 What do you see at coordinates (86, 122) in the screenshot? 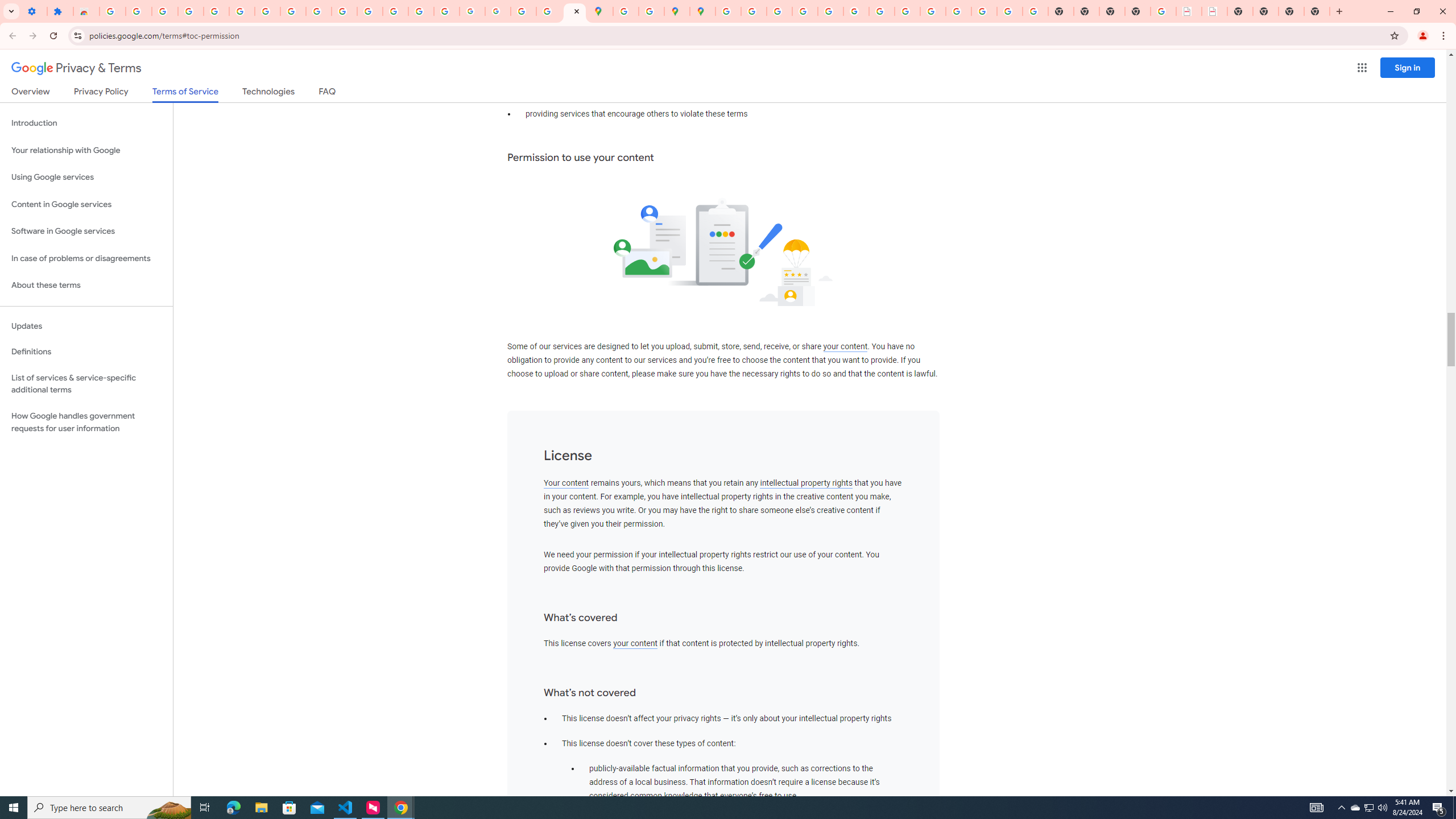
I see `'Introduction'` at bounding box center [86, 122].